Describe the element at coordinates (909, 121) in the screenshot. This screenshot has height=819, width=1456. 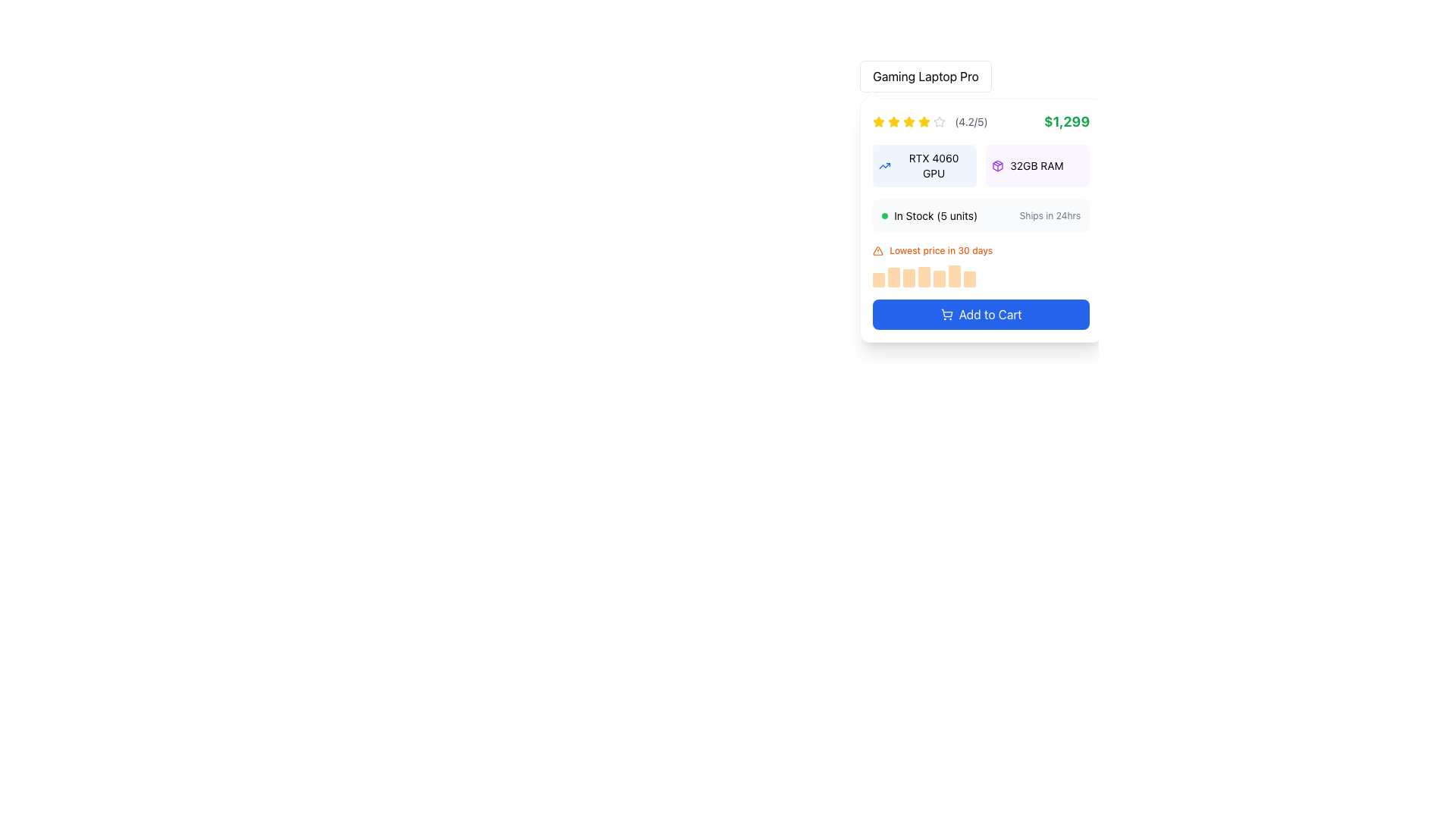
I see `the fifth yellow star icon in the rating component located near the top of the product listing card` at that location.